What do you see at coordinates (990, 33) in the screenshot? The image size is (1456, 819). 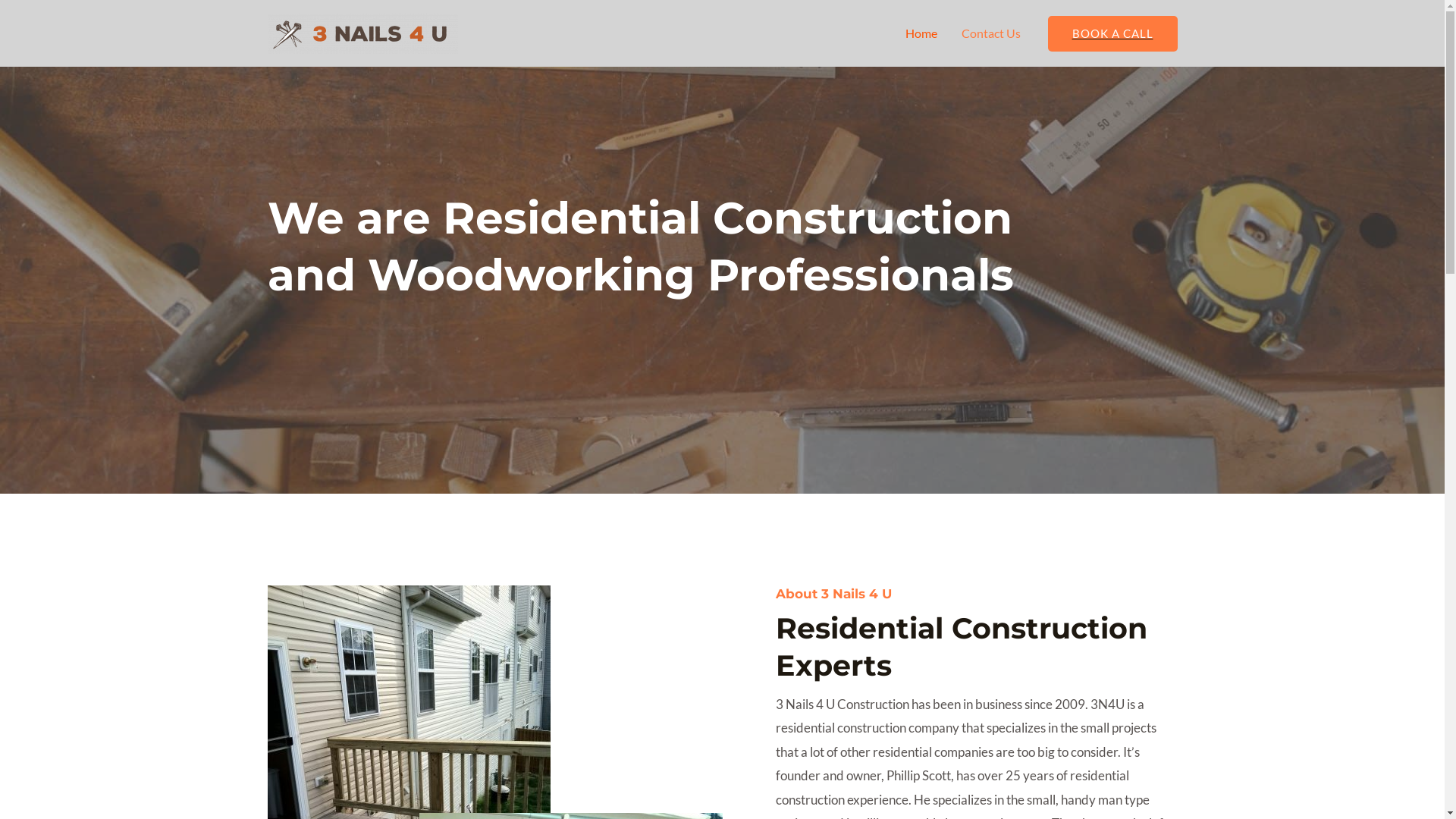 I see `'Contact Us'` at bounding box center [990, 33].